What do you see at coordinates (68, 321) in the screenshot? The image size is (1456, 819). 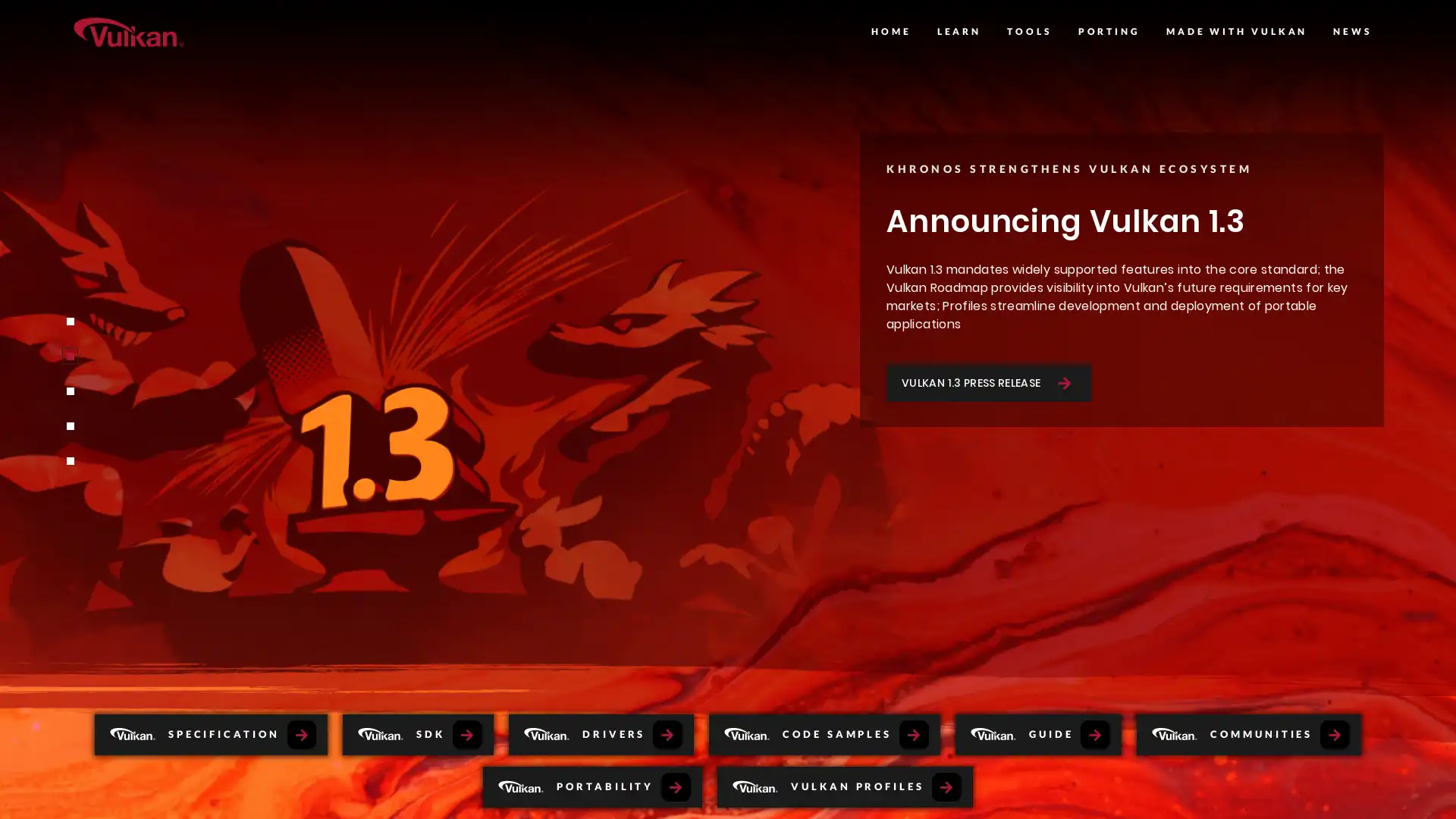 I see `1` at bounding box center [68, 321].